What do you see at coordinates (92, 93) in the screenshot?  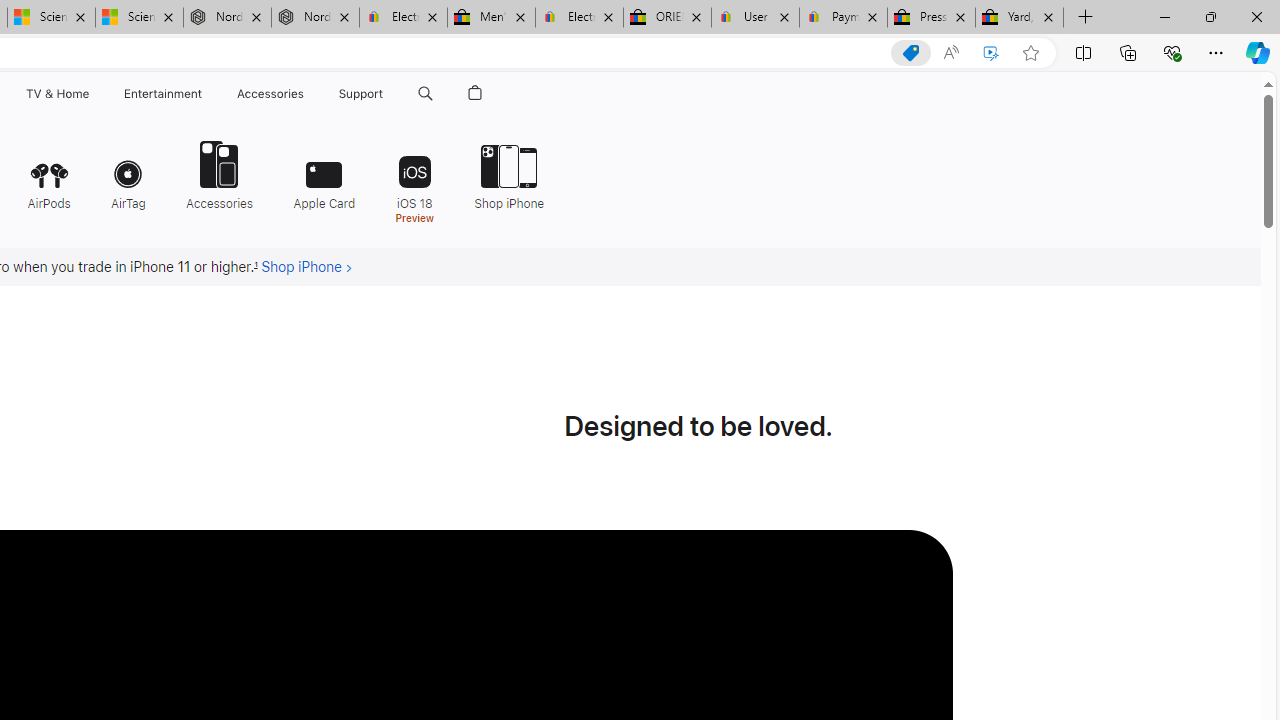 I see `'TV and Home menu'` at bounding box center [92, 93].